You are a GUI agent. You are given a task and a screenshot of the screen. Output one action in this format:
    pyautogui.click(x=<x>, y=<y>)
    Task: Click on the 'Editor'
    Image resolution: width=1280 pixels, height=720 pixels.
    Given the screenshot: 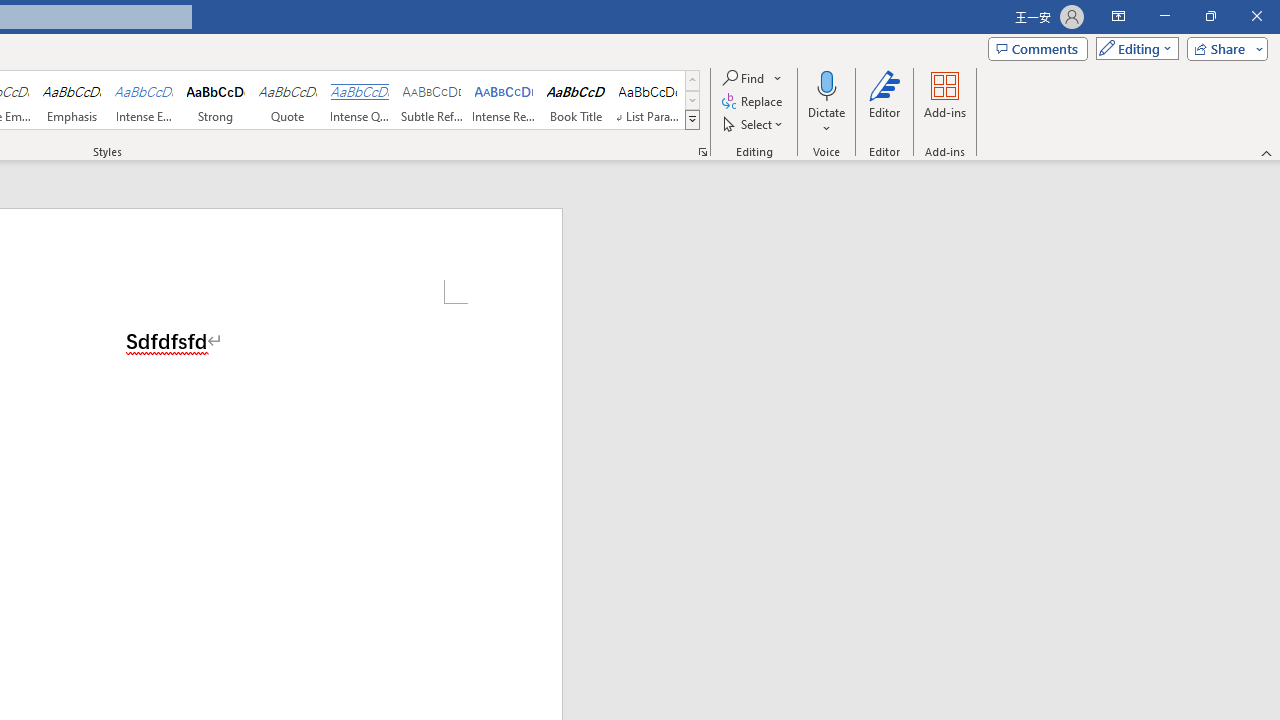 What is the action you would take?
    pyautogui.click(x=884, y=103)
    